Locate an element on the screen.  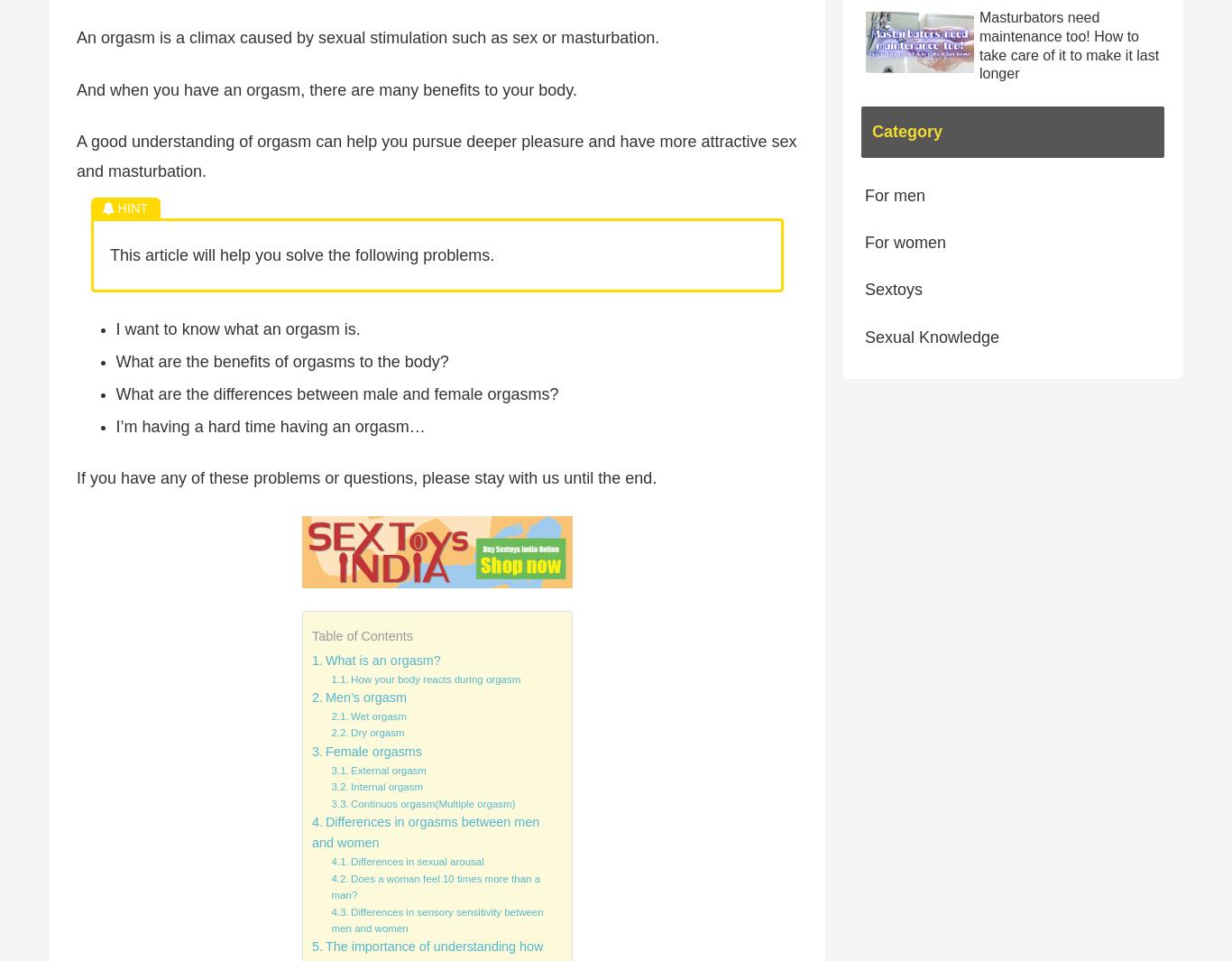
'Internal orgasm' is located at coordinates (386, 787).